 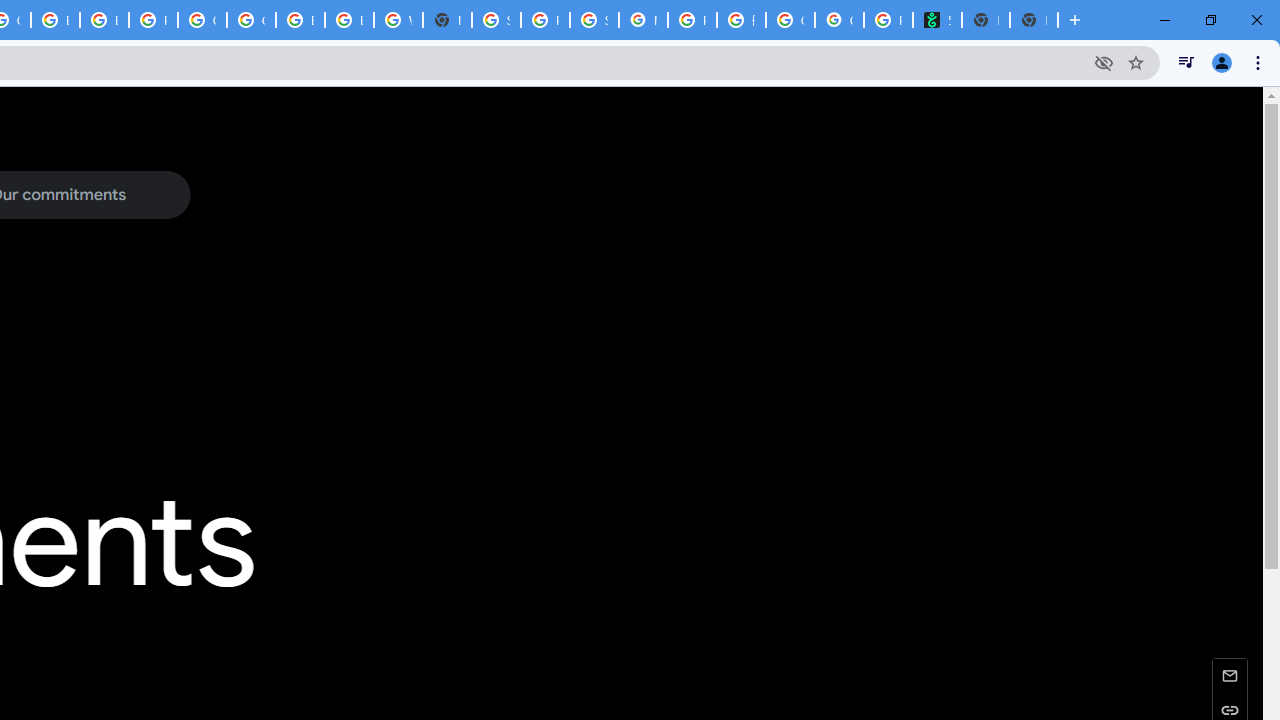 What do you see at coordinates (496, 20) in the screenshot?
I see `'Sign in - Google Accounts'` at bounding box center [496, 20].